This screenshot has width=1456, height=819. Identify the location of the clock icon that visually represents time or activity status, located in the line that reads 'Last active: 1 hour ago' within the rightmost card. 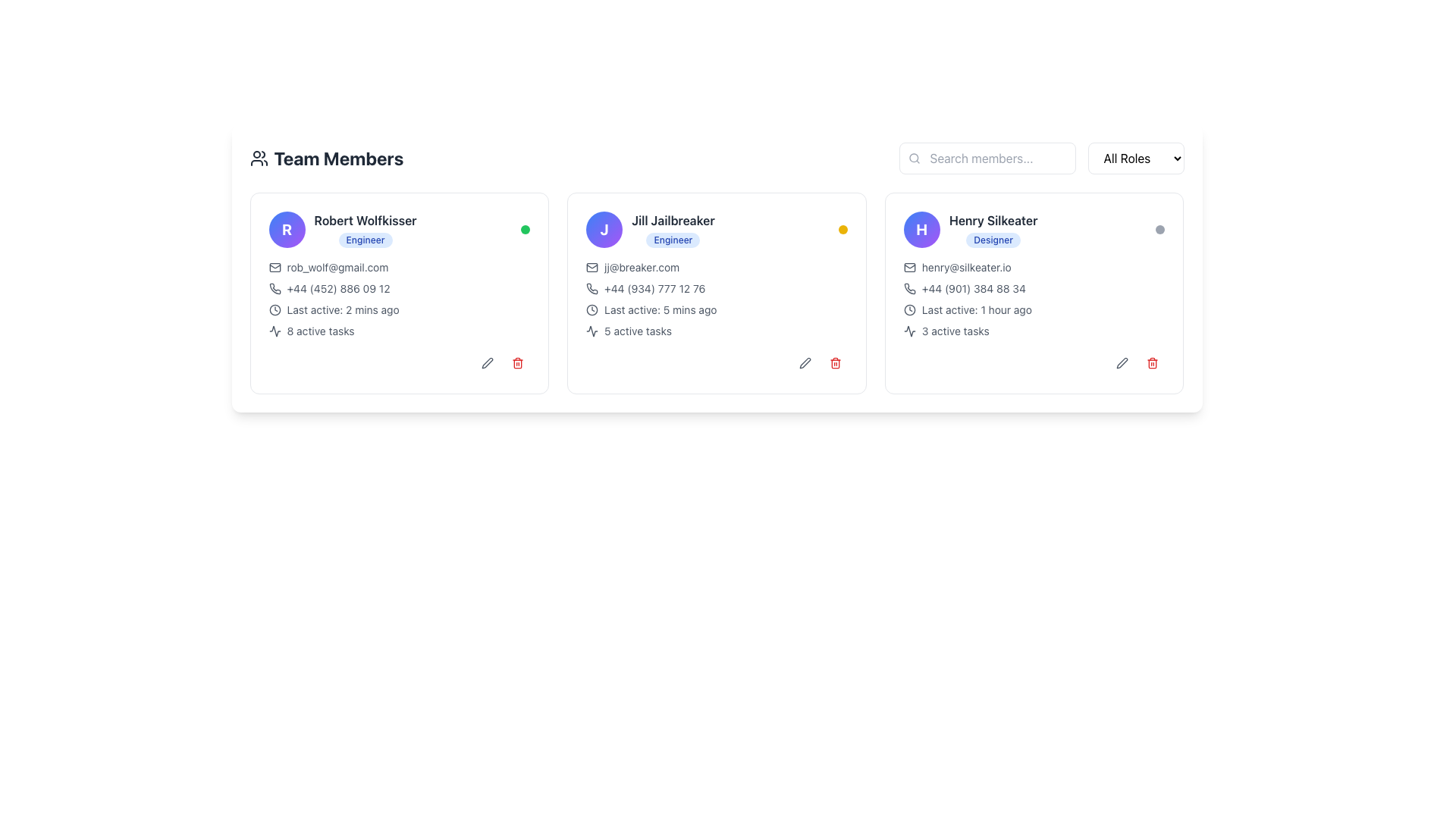
(909, 309).